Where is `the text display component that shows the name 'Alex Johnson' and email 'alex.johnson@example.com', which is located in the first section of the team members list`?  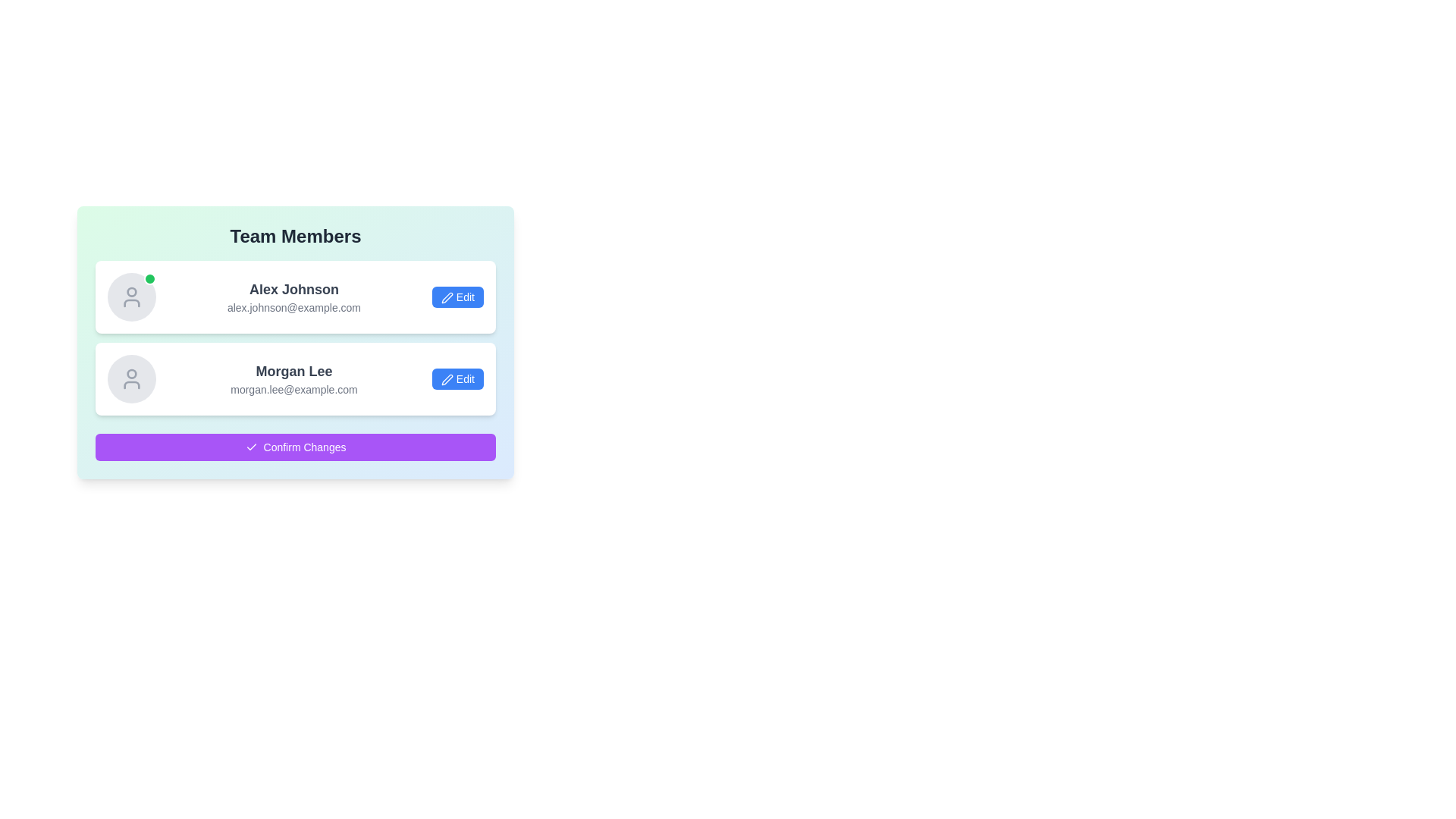
the text display component that shows the name 'Alex Johnson' and email 'alex.johnson@example.com', which is located in the first section of the team members list is located at coordinates (294, 297).